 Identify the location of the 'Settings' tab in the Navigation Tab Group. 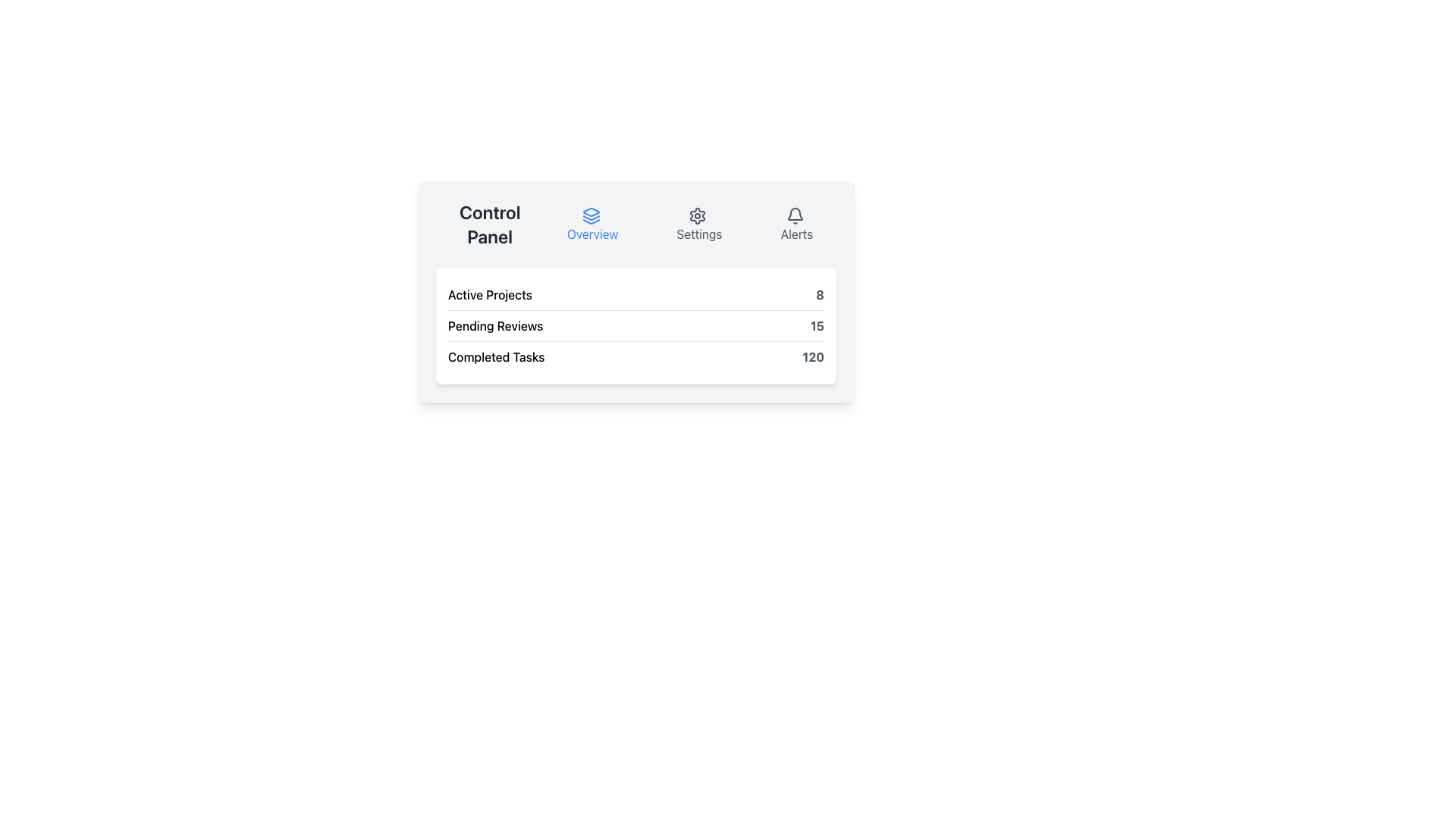
(689, 224).